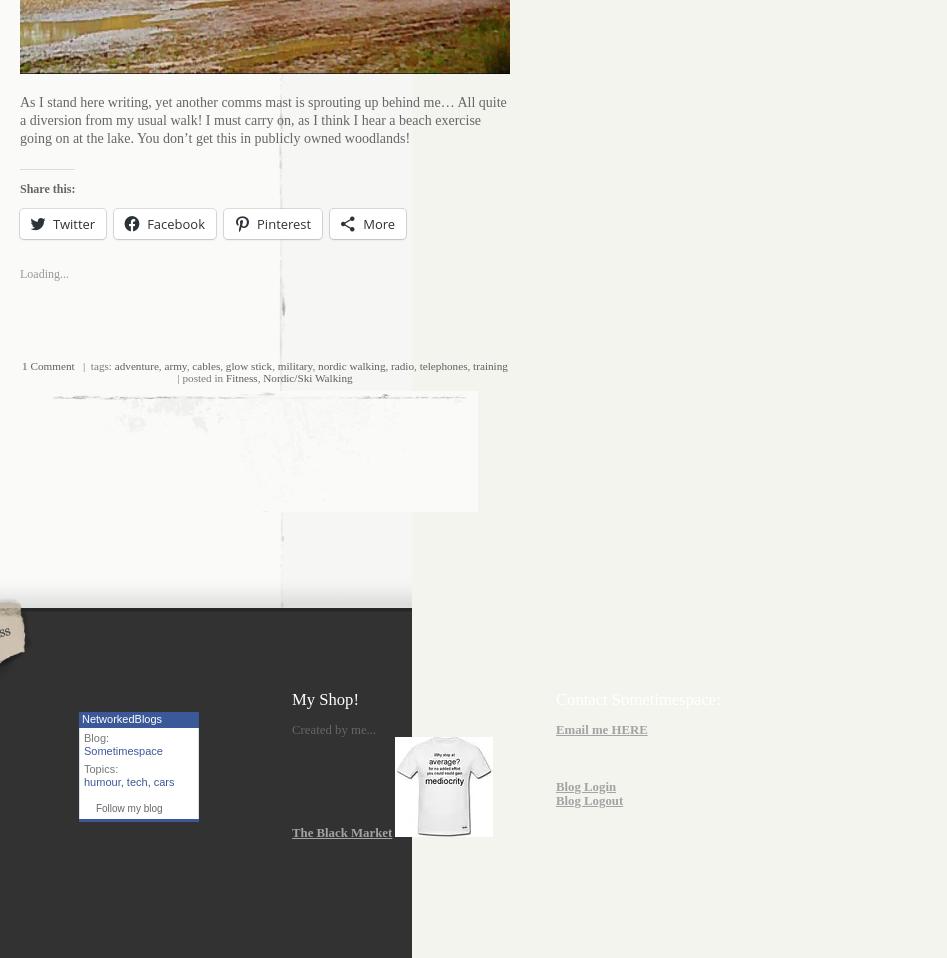 The image size is (947, 958). What do you see at coordinates (162, 780) in the screenshot?
I see `'cars'` at bounding box center [162, 780].